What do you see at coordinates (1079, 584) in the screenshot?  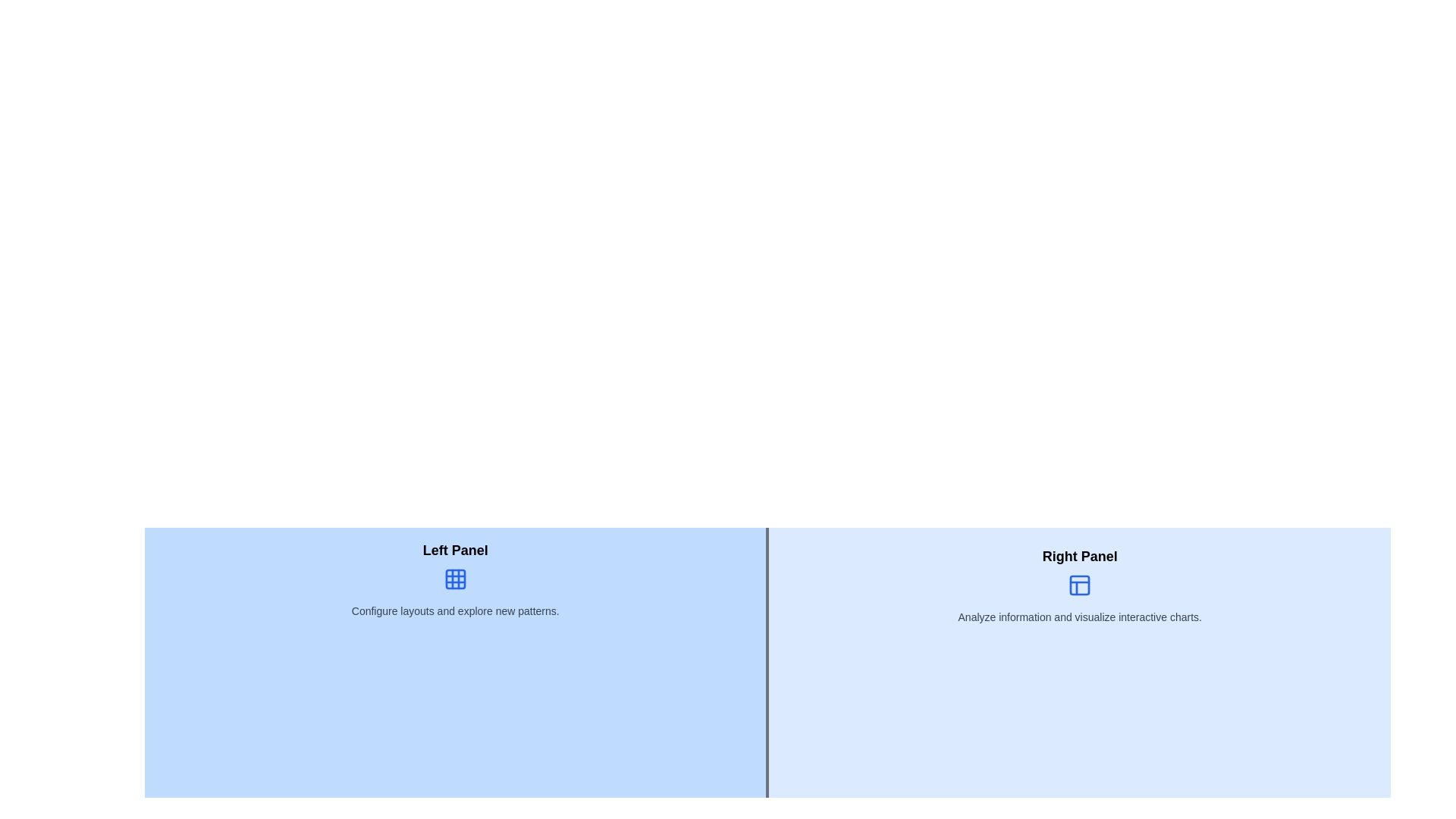 I see `the decorative icon or SVG graphic component located in the 'Right Panel' section, positioned below the 'Right Panel' text label` at bounding box center [1079, 584].